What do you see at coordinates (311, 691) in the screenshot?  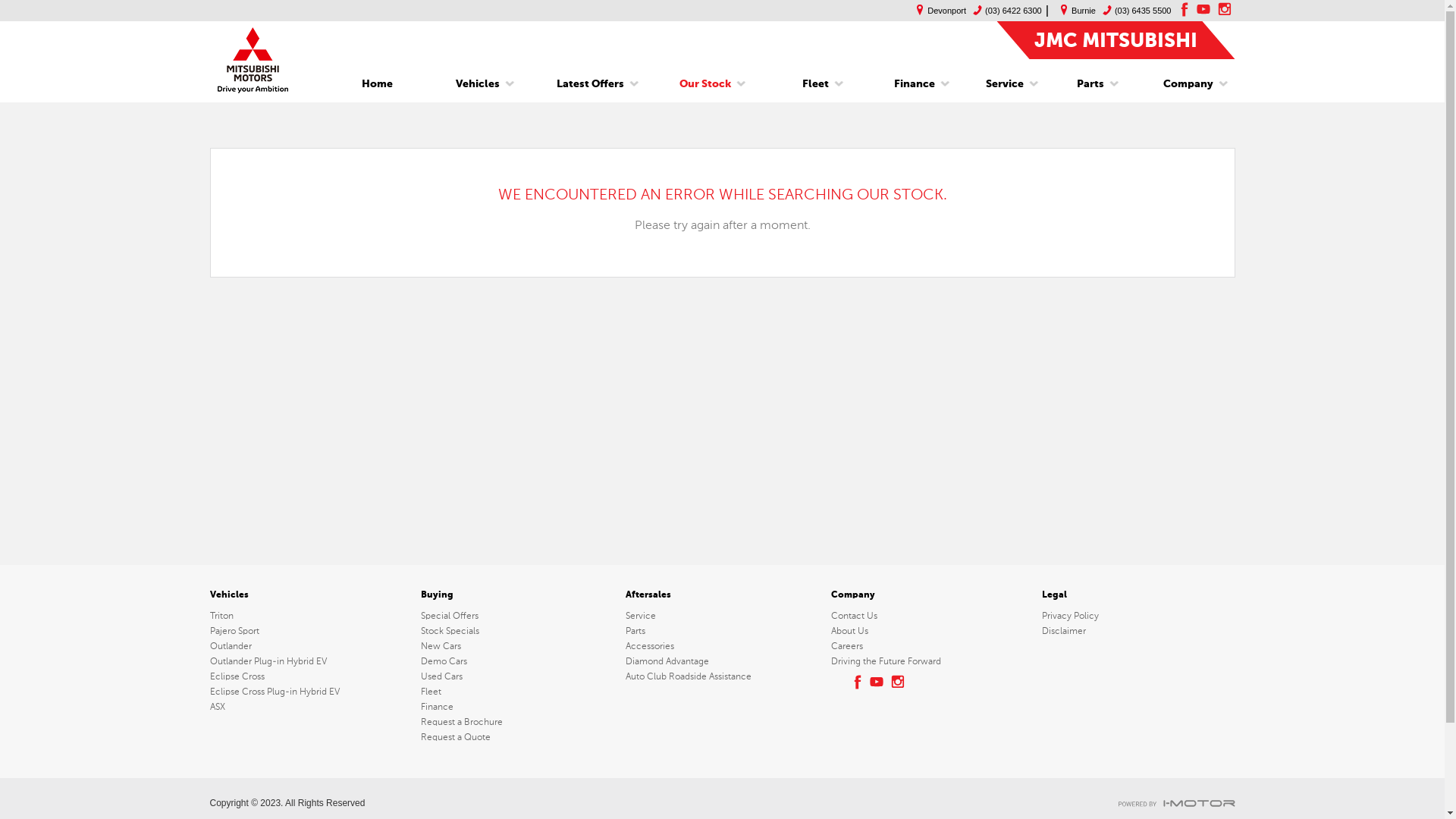 I see `'Eclipse Cross Plug-in Hybrid EV'` at bounding box center [311, 691].